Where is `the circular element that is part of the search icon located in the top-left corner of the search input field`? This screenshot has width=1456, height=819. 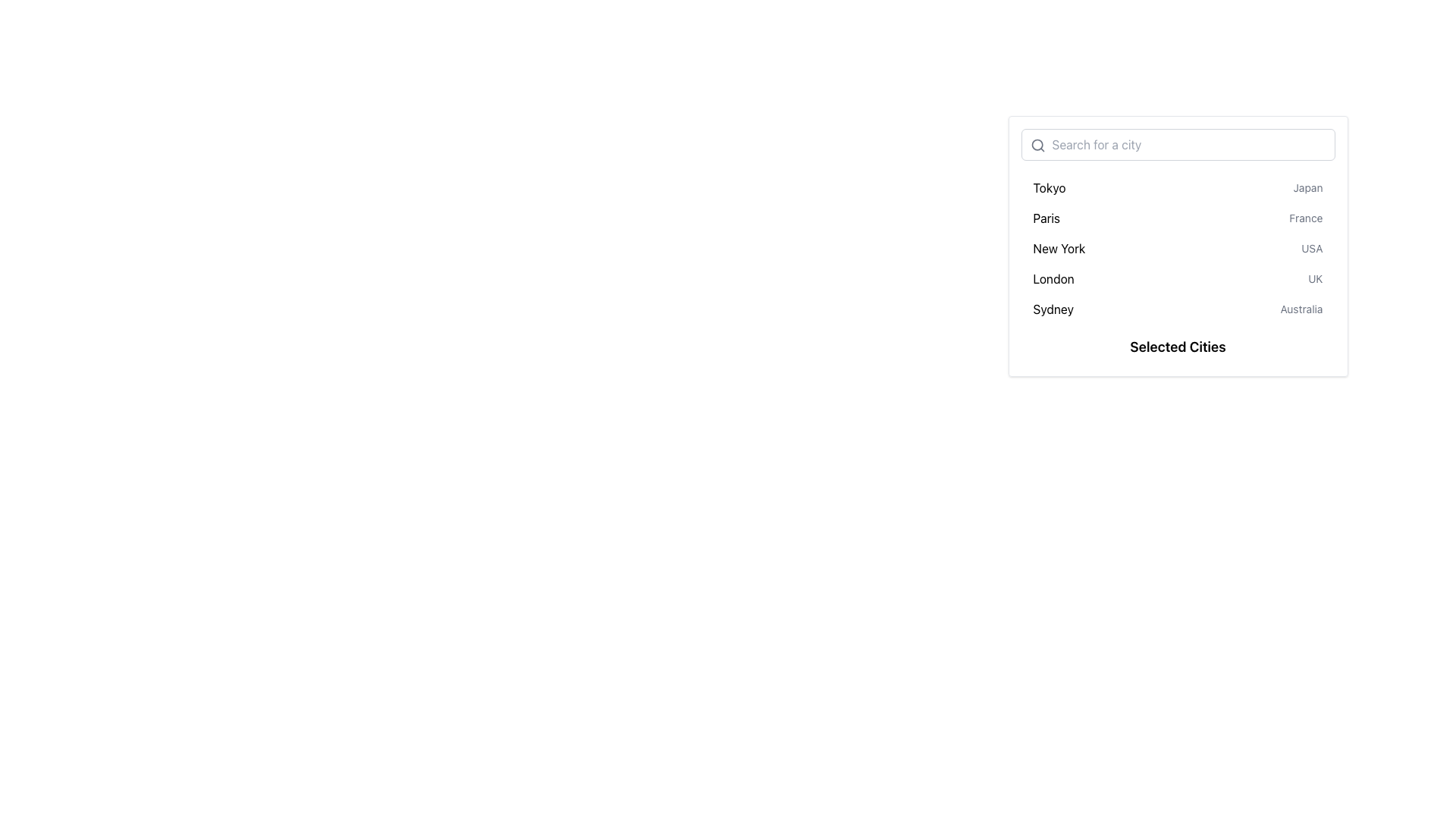 the circular element that is part of the search icon located in the top-left corner of the search input field is located at coordinates (1036, 145).